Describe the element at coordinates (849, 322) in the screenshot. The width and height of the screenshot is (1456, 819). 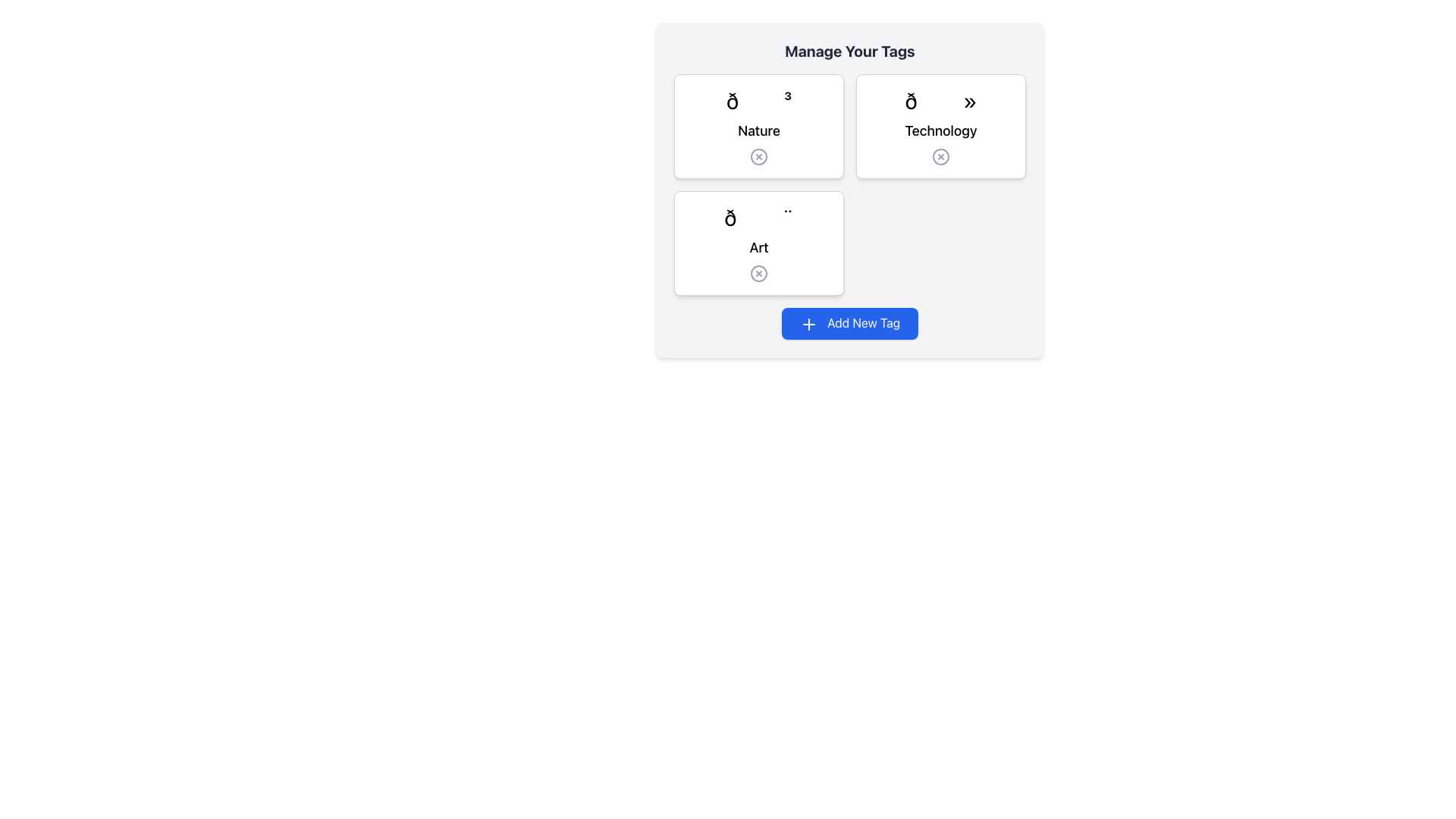
I see `the 'Add New Tag' button, which is a rectangular button with a blue background and white text located at the bottom-right corner of the interface, below the grid of tag cards` at that location.